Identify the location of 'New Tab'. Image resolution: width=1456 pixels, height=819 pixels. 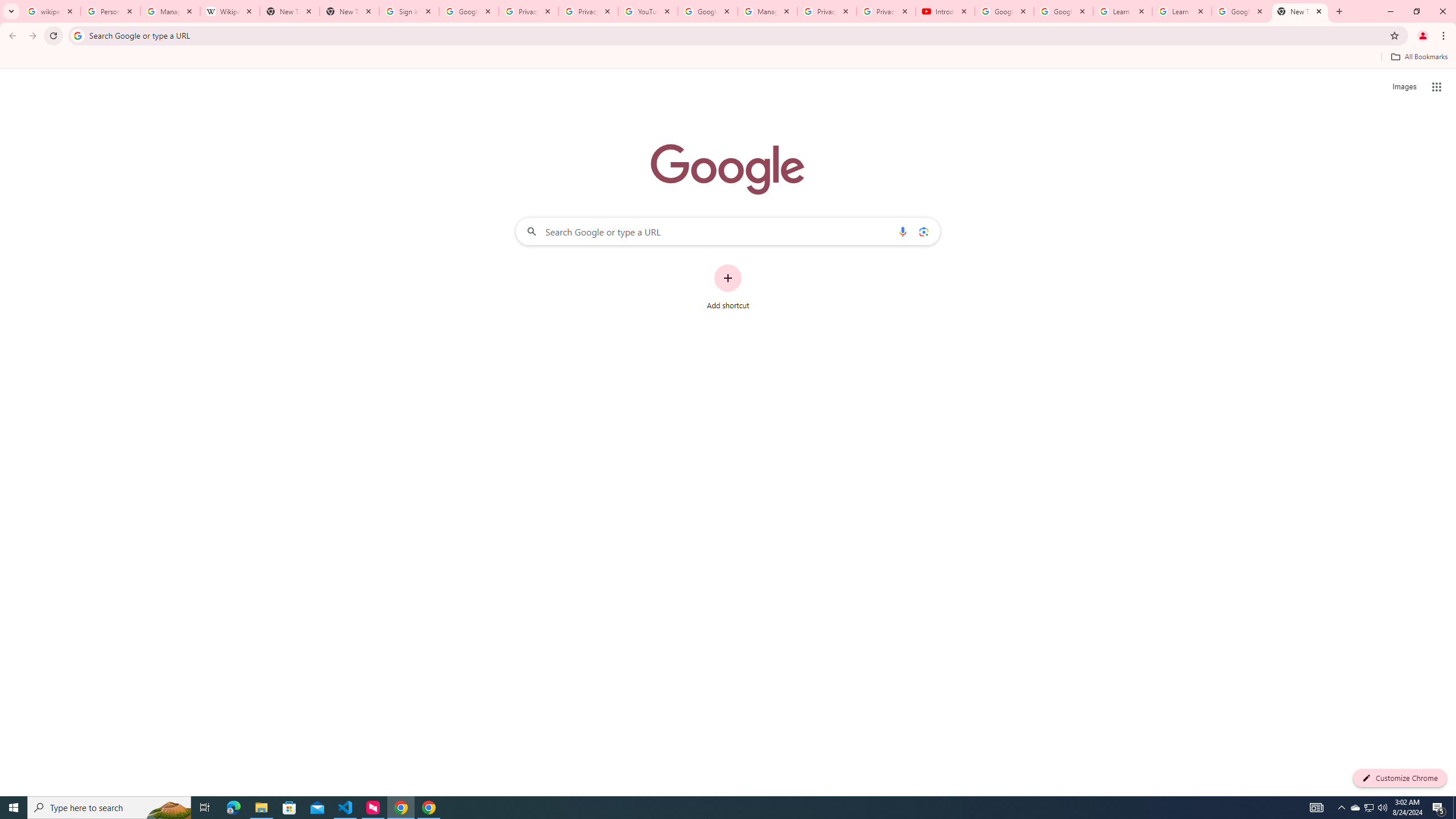
(1300, 11).